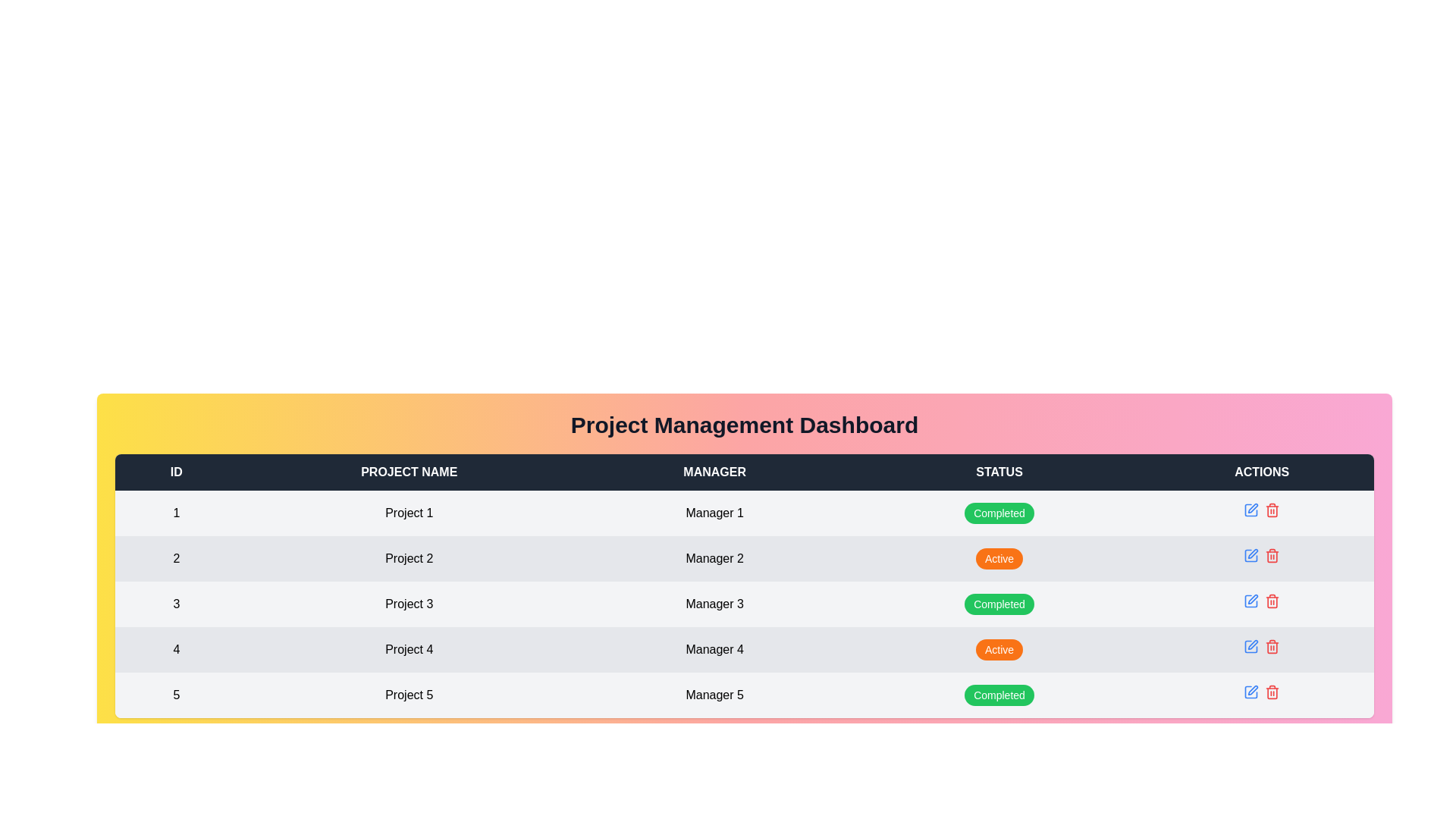 The width and height of the screenshot is (1456, 819). Describe the element at coordinates (999, 695) in the screenshot. I see `the button-like label in the STATUS column of the fifth row, which indicates that the project is completed` at that location.